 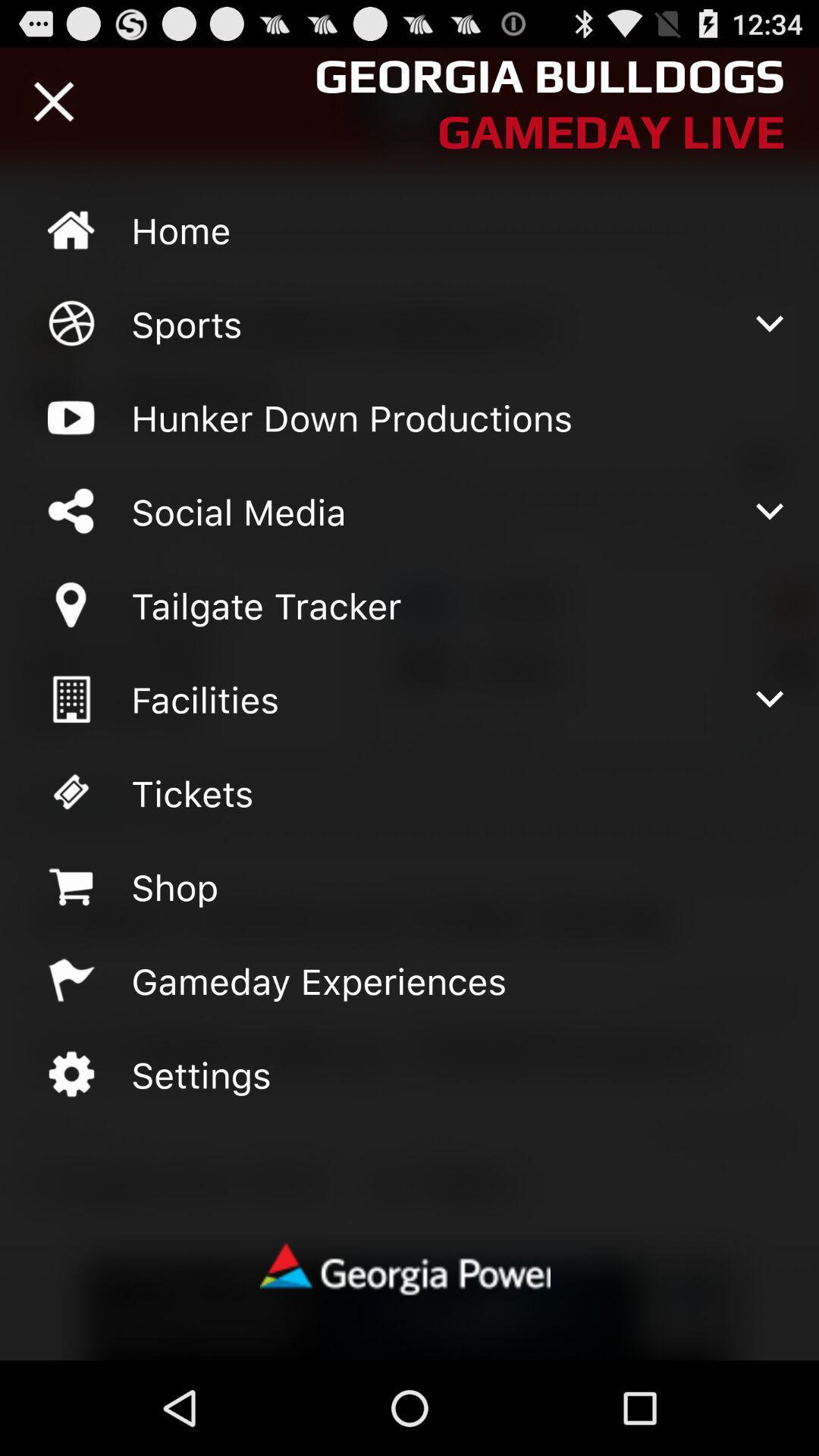 I want to click on georgia power, so click(x=408, y=1270).